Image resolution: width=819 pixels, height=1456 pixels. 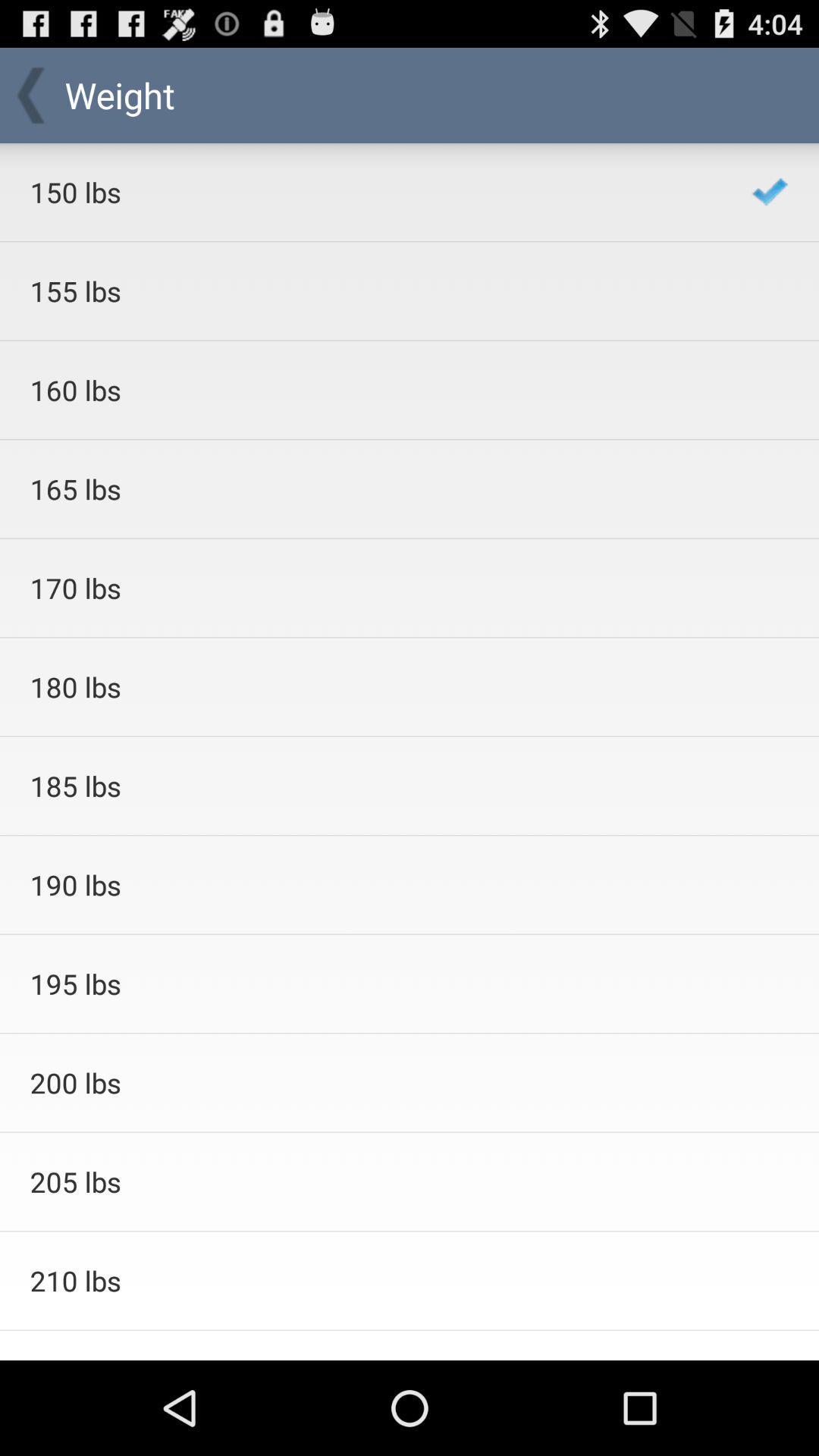 What do you see at coordinates (371, 587) in the screenshot?
I see `170 lbs icon` at bounding box center [371, 587].